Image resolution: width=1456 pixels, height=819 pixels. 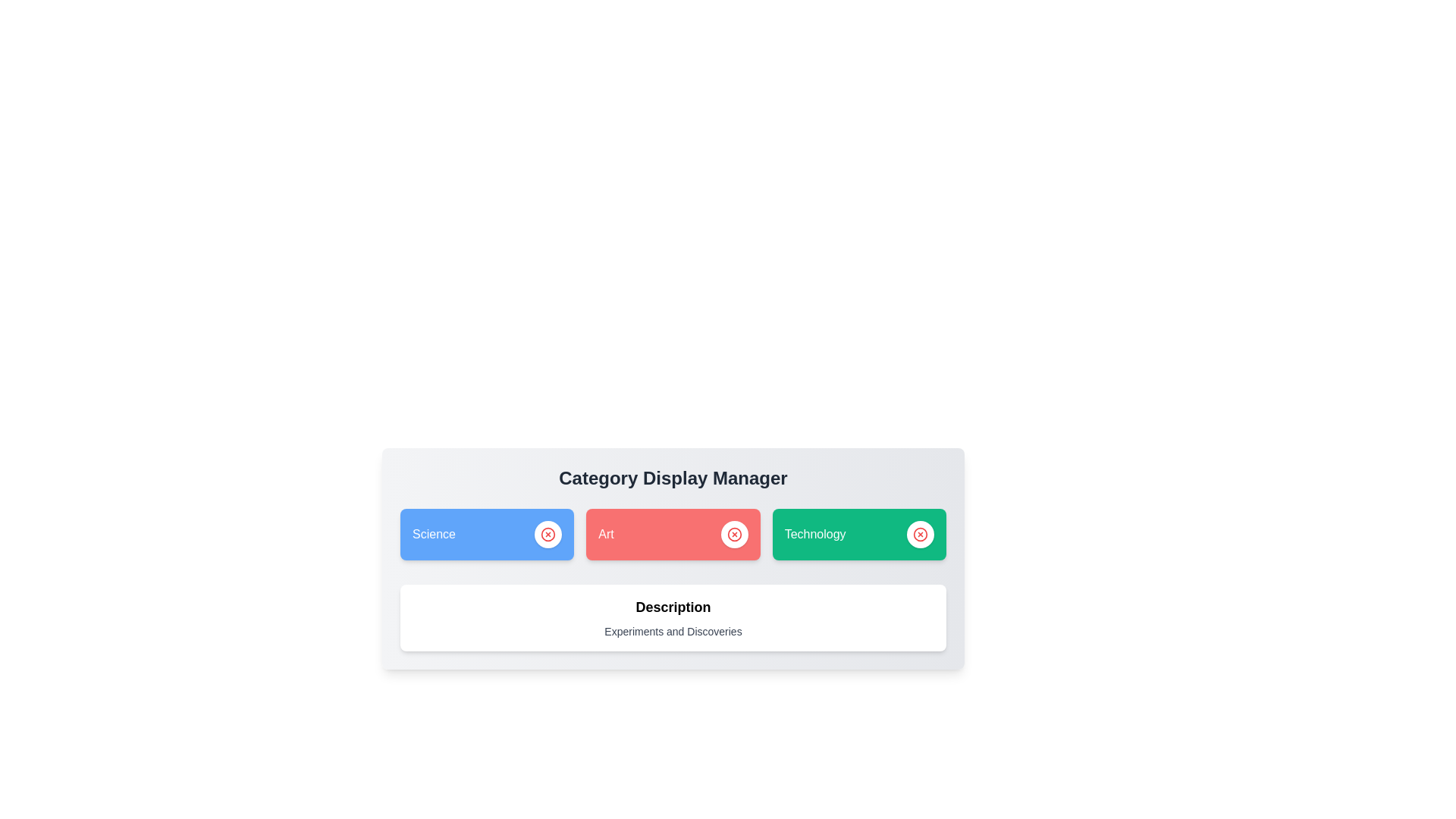 What do you see at coordinates (673, 534) in the screenshot?
I see `the category Art to display its description` at bounding box center [673, 534].